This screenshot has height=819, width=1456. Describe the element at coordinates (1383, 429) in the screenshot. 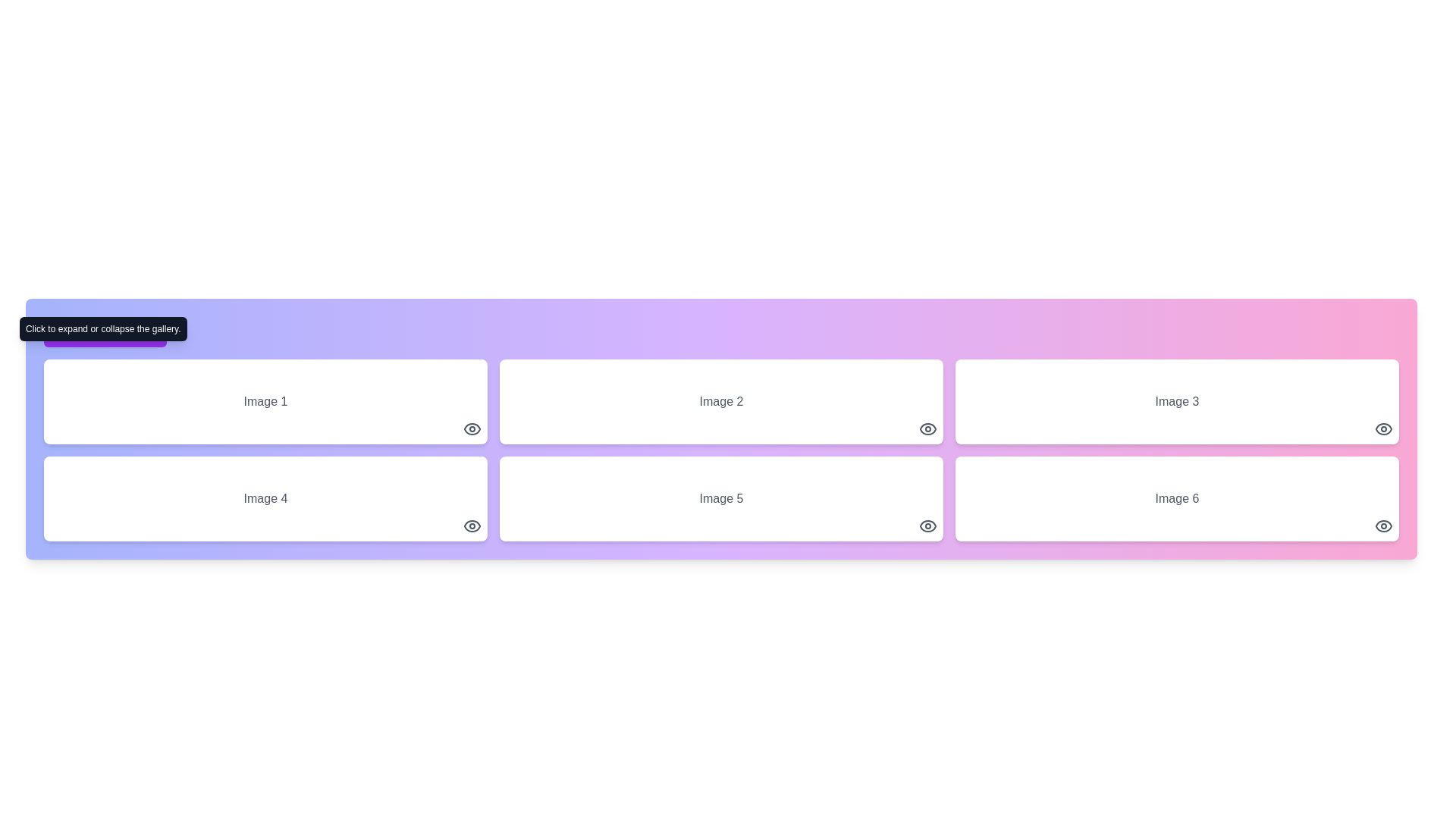

I see `the eye-shaped icon located in the bottom-right corner of the card labeled 'Image 3' to possibly reveal more information` at that location.